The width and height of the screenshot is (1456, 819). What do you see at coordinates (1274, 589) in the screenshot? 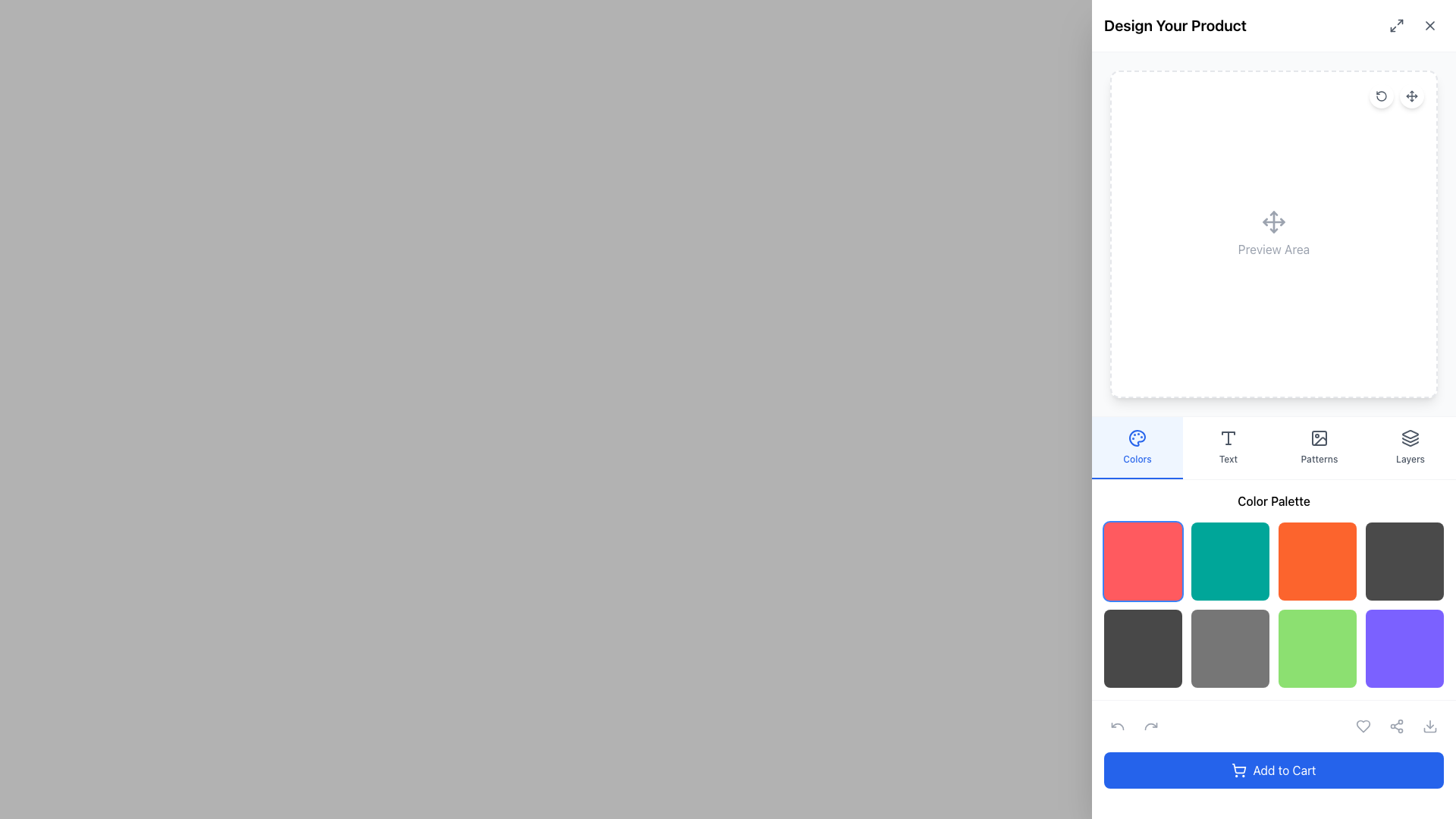
I see `the title 'Color Palette' of the Grid of selectable color options located in the sidebar titled 'Design Your Product.'` at bounding box center [1274, 589].